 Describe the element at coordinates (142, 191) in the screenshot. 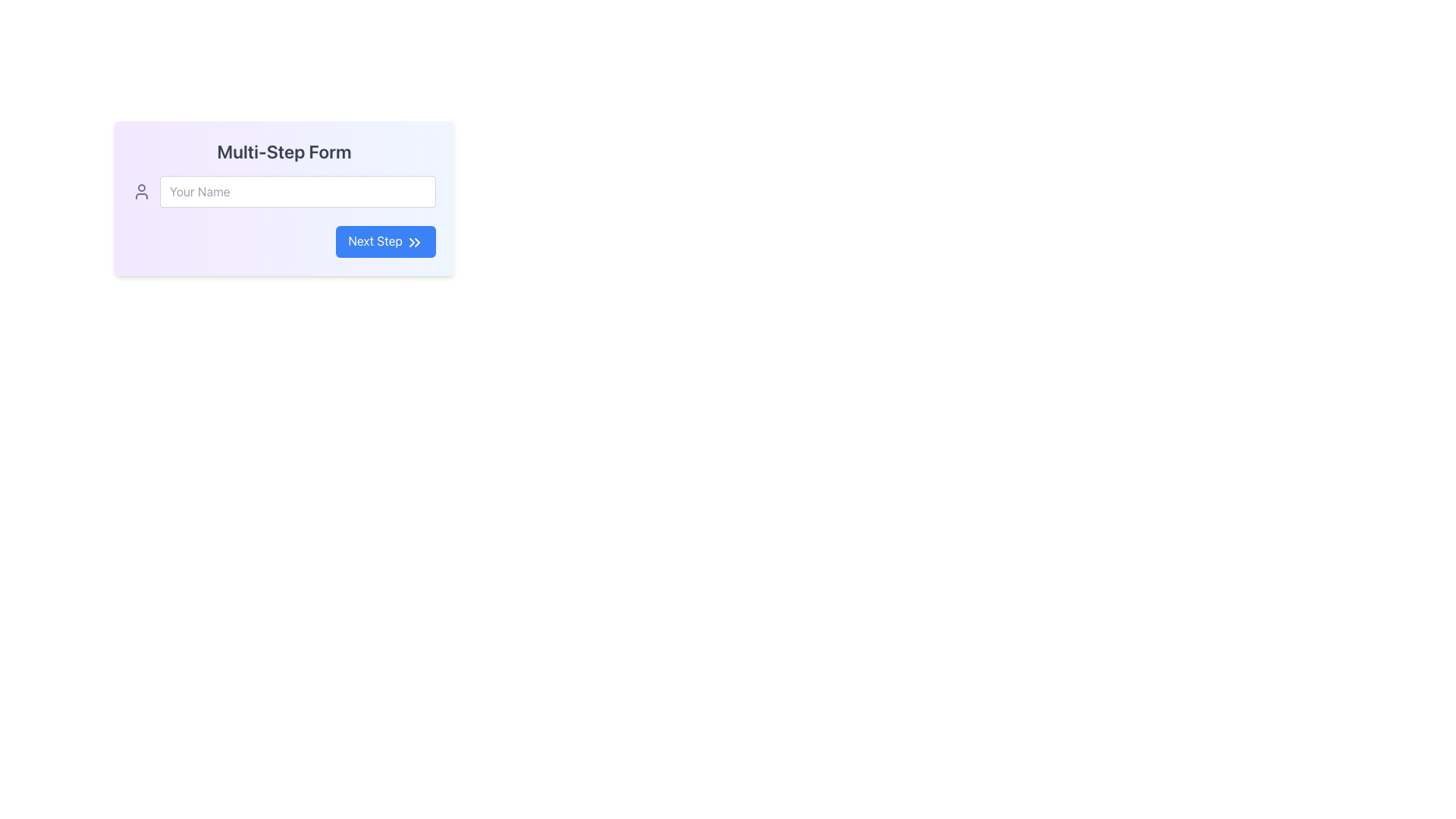

I see `the user icon located to the left of the 'Your Name' text input field` at that location.